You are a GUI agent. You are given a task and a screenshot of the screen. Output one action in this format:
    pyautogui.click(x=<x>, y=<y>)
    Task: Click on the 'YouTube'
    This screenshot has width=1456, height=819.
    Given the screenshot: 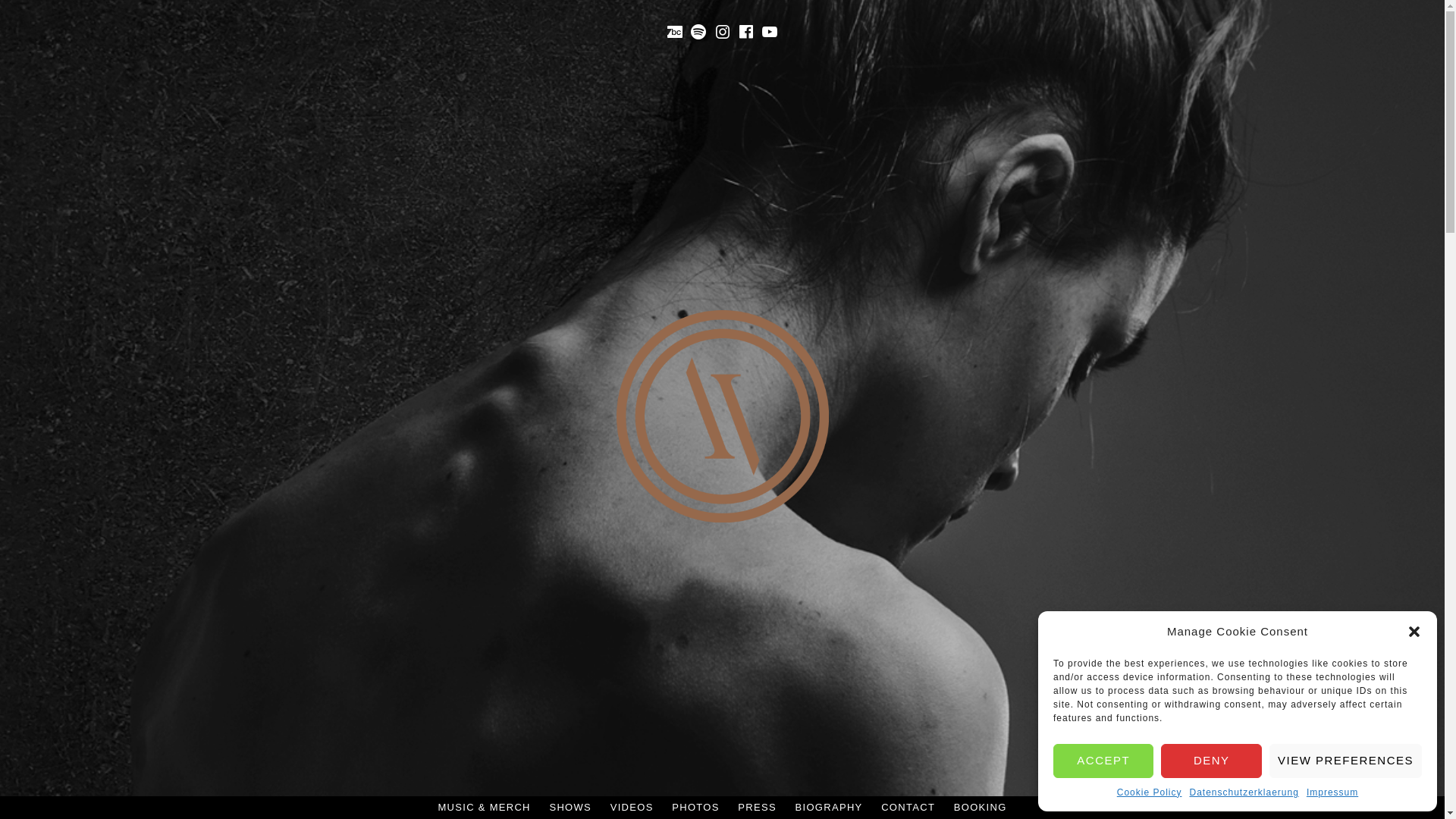 What is the action you would take?
    pyautogui.click(x=769, y=32)
    